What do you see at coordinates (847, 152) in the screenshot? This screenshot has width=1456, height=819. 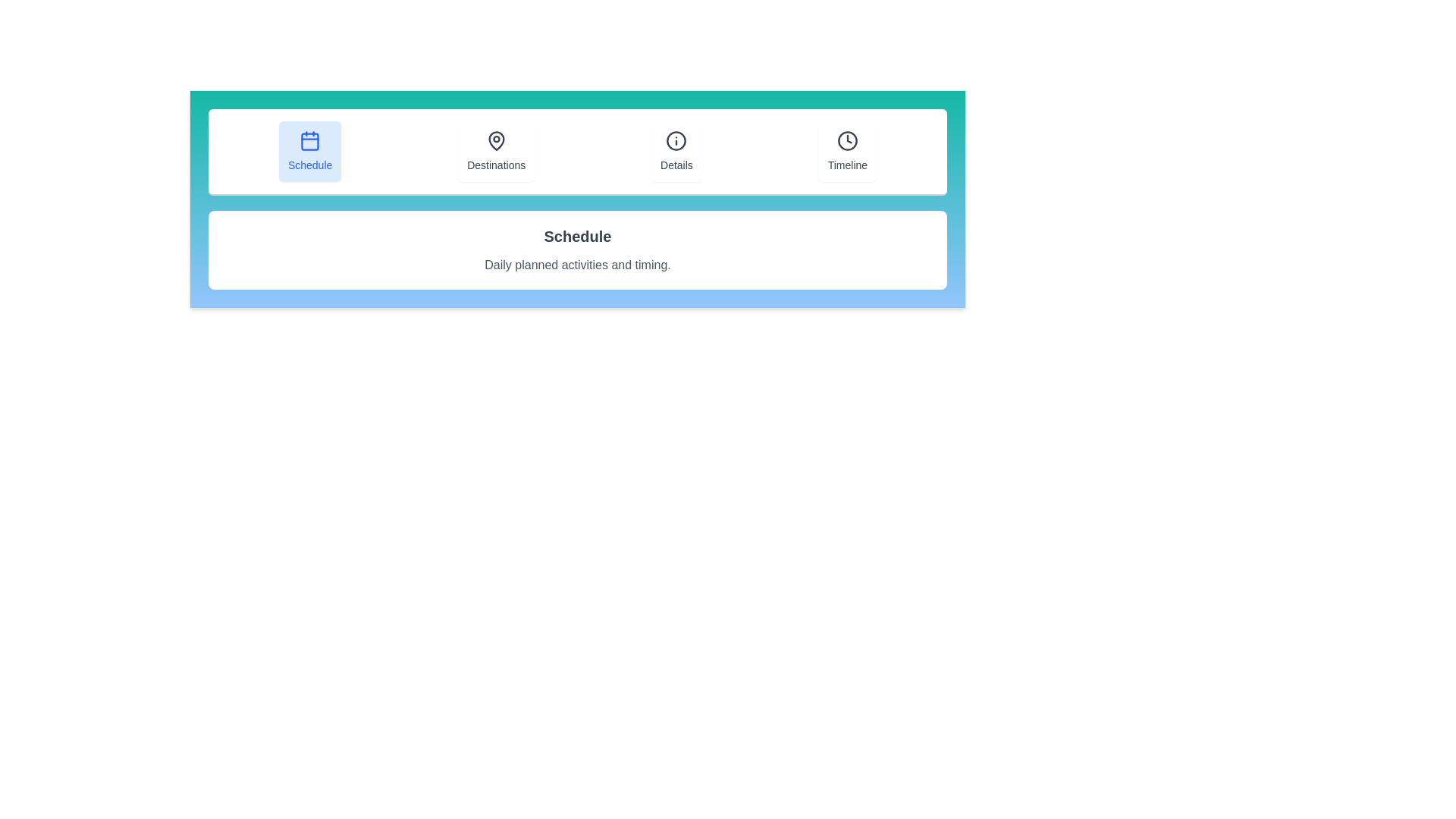 I see `the tab labeled Timeline` at bounding box center [847, 152].